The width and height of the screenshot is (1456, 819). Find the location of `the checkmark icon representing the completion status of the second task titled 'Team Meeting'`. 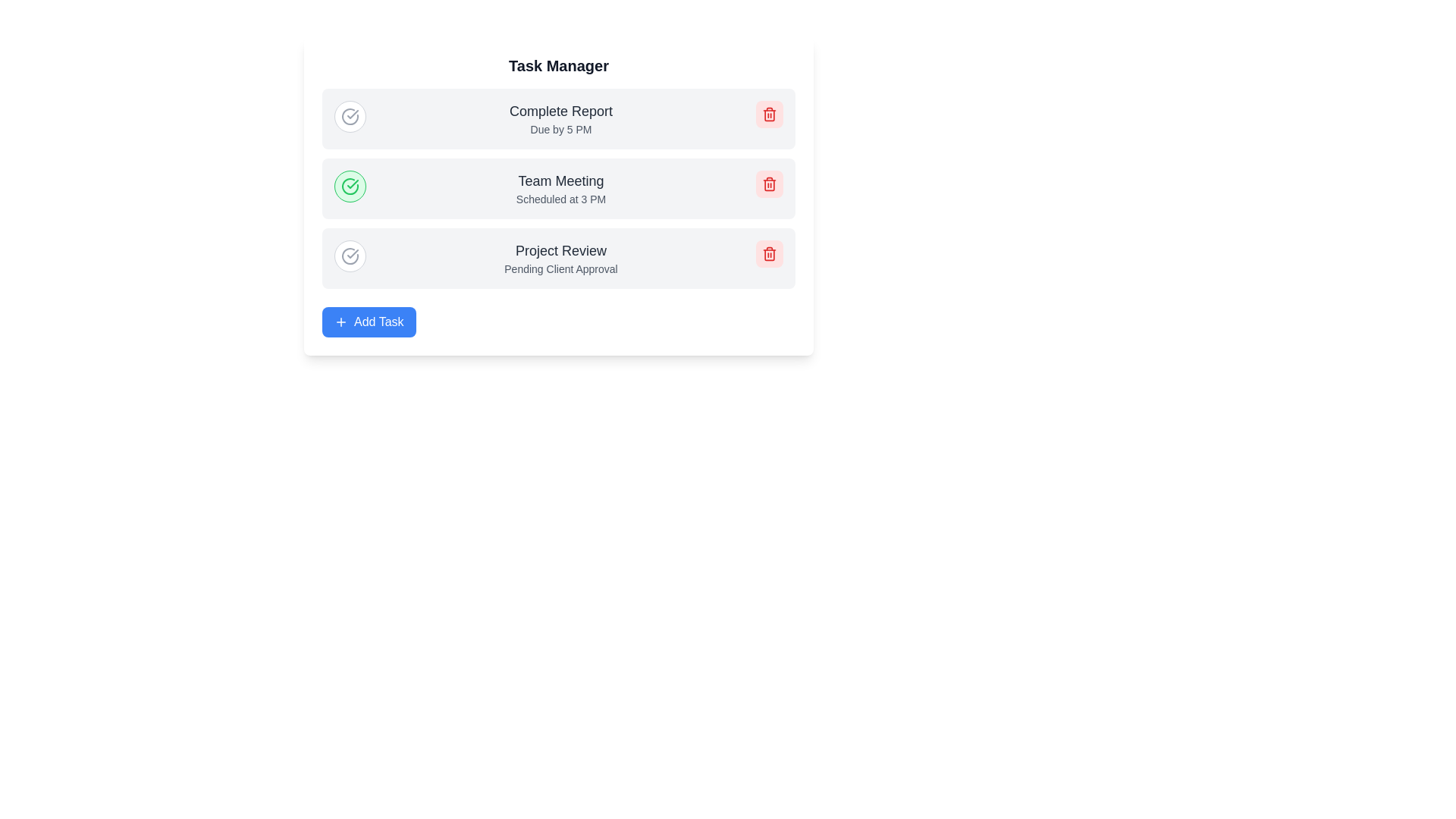

the checkmark icon representing the completion status of the second task titled 'Team Meeting' is located at coordinates (352, 113).